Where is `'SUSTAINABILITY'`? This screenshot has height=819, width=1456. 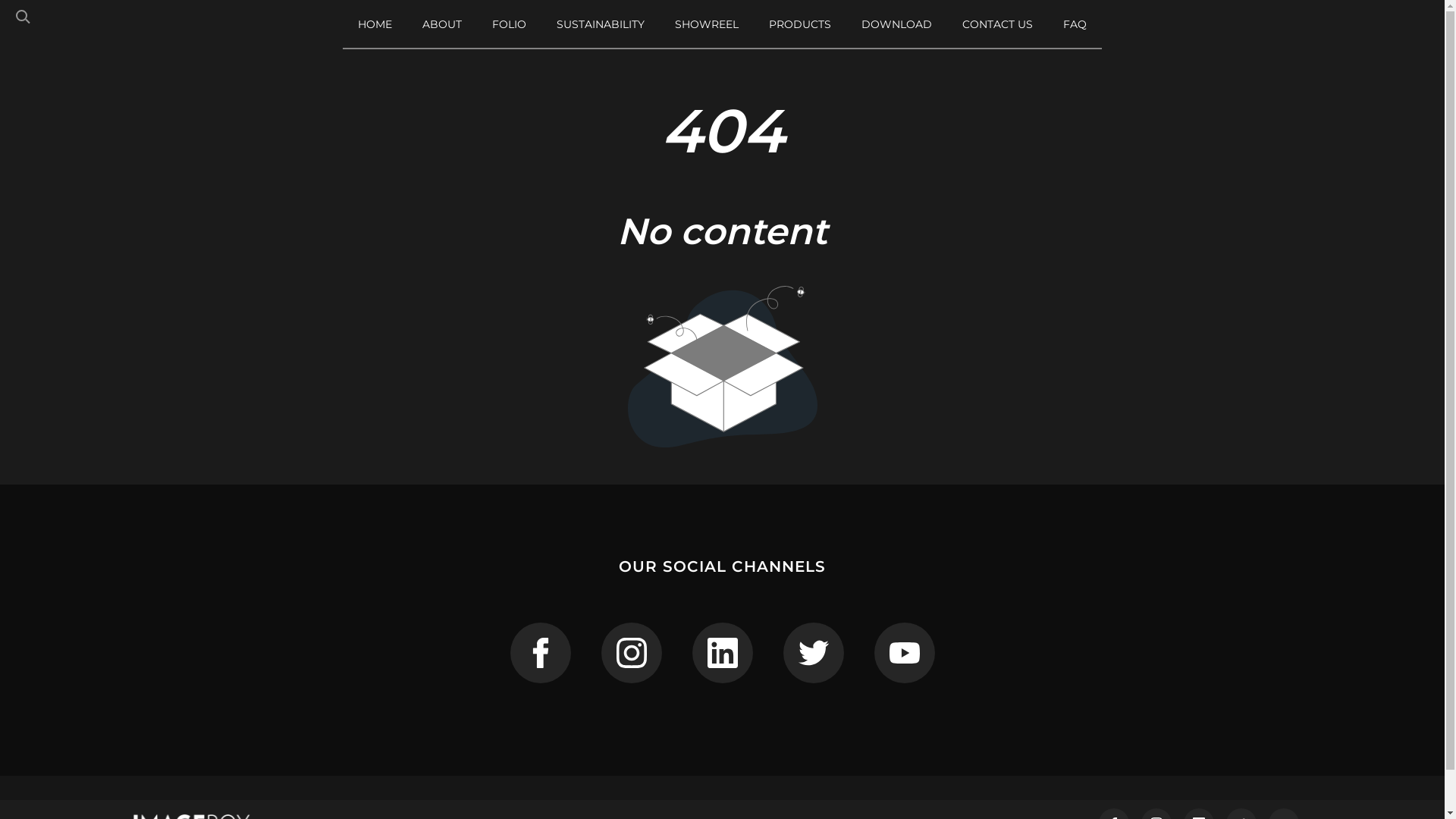 'SUSTAINABILITY' is located at coordinates (600, 24).